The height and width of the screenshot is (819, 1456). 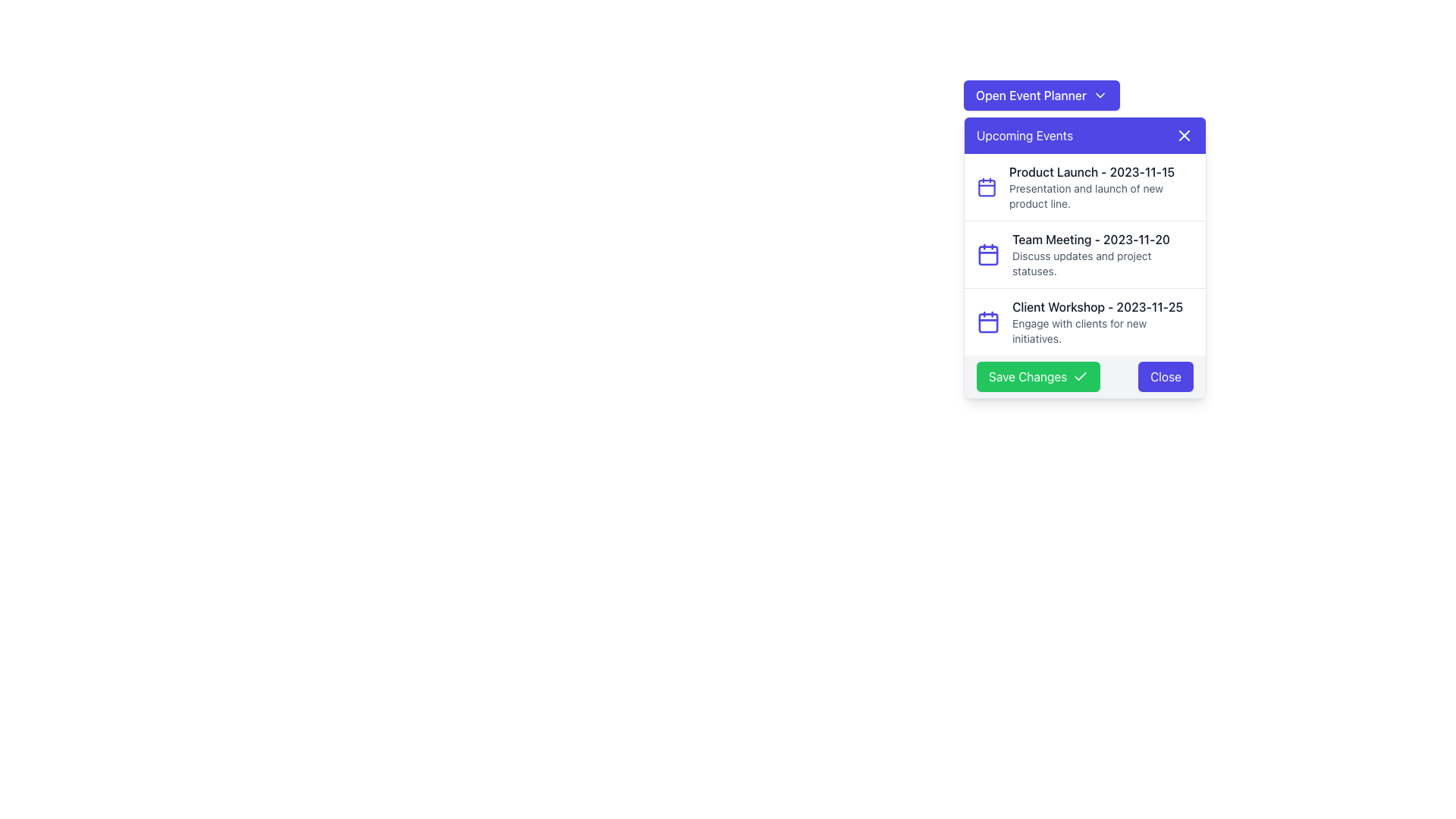 I want to click on 'Save Changes' button located at the bottom of the 'Upcoming Events' modal for debugging purposes, so click(x=1084, y=376).